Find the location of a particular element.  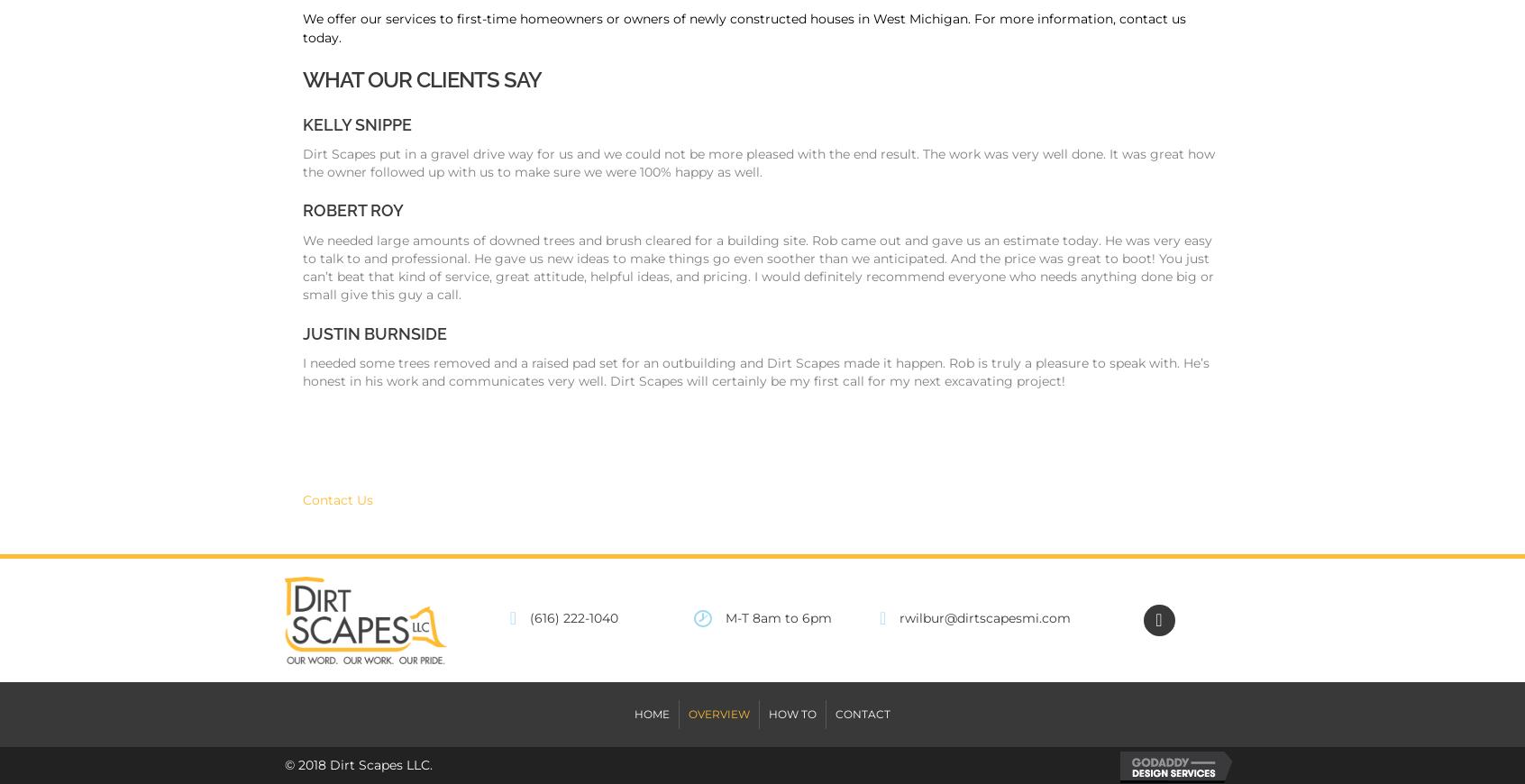

'Overview' is located at coordinates (718, 714).